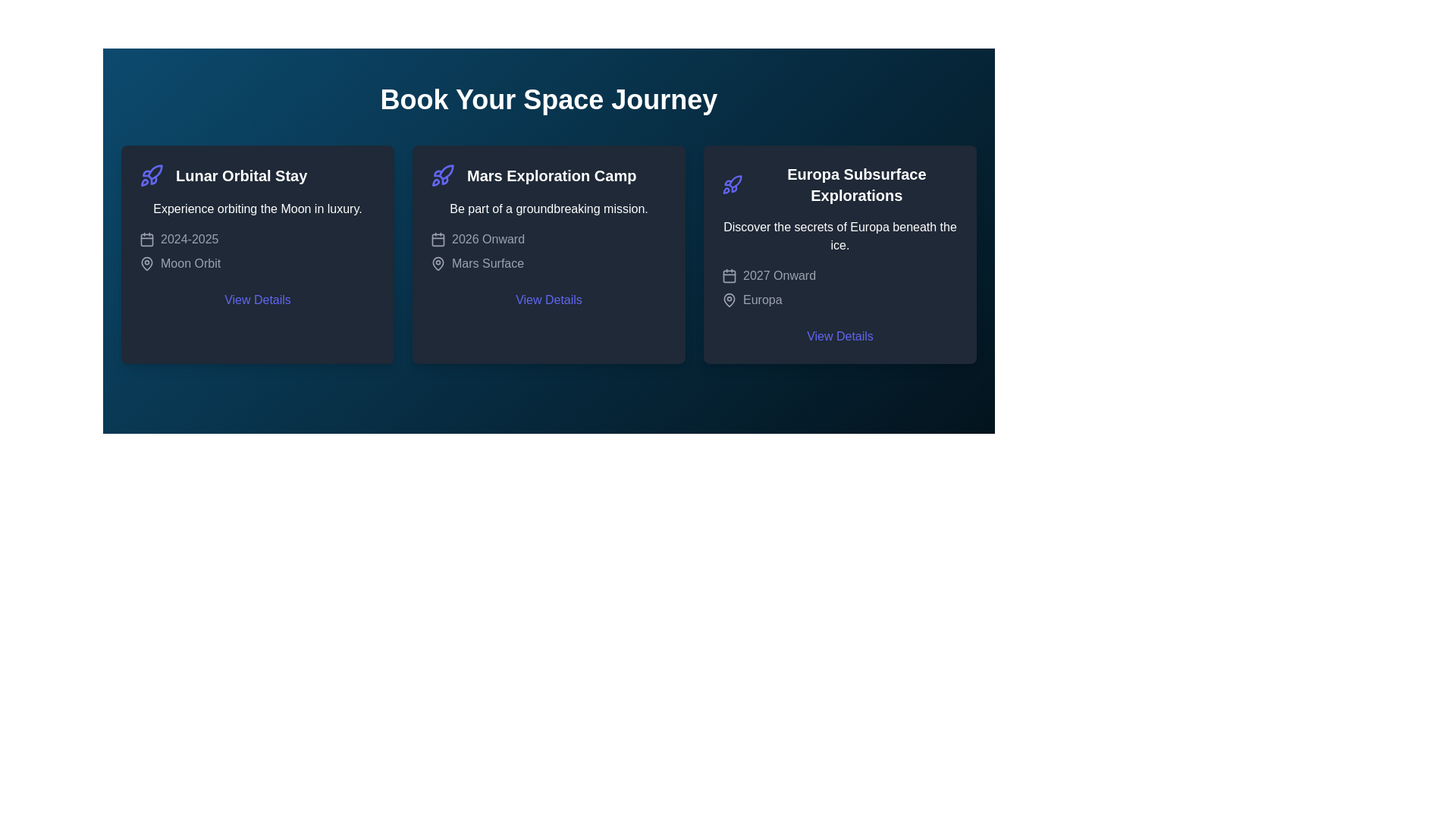 The width and height of the screenshot is (1456, 819). Describe the element at coordinates (856, 184) in the screenshot. I see `the bold, large-text label that reads 'Europa Subsurface Explorations', located in the top section of the third card beneath a rocket icon` at that location.